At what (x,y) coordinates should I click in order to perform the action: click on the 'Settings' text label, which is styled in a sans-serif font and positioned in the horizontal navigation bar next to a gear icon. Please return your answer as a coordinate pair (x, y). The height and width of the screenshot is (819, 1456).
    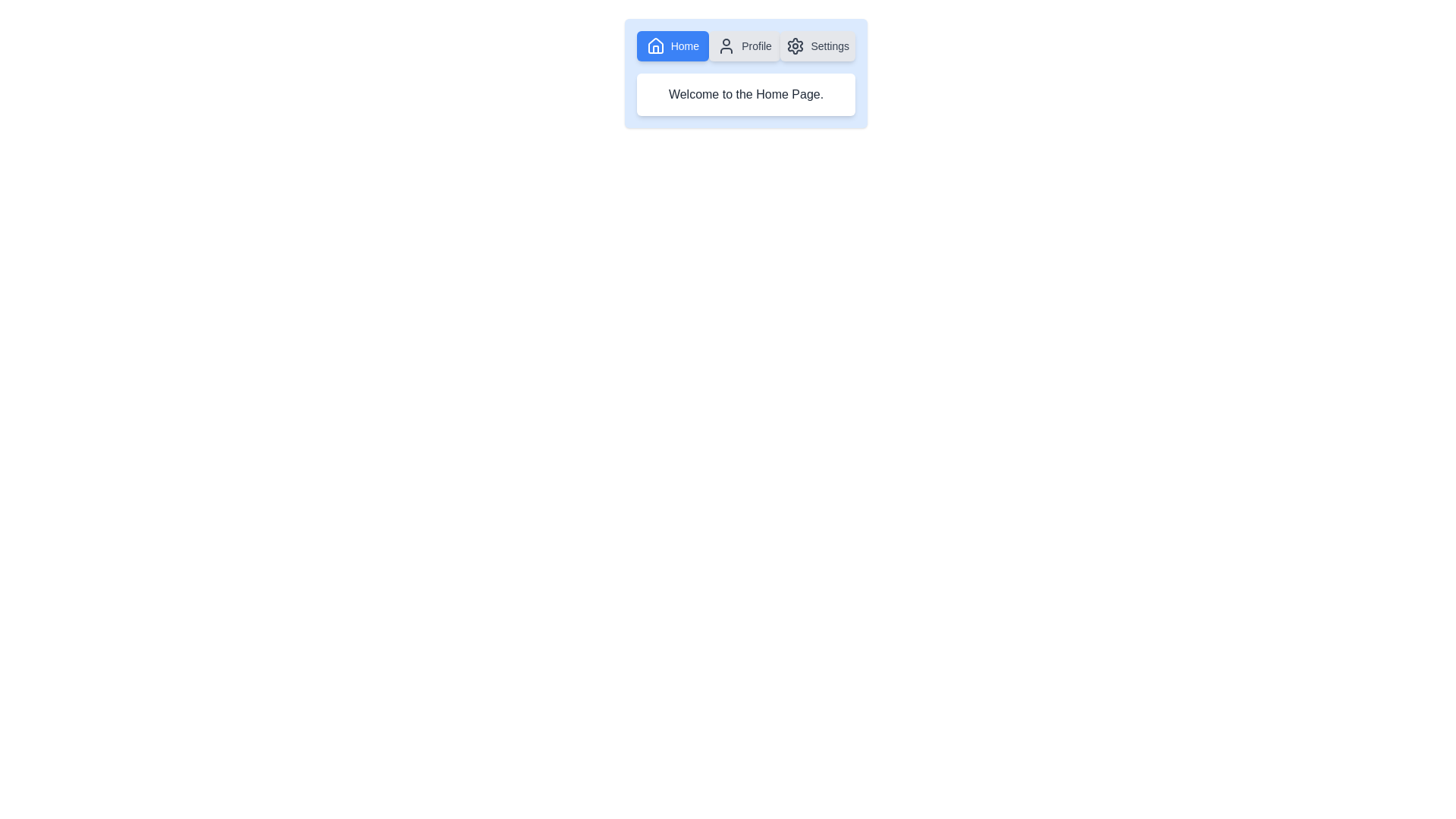
    Looking at the image, I should click on (829, 45).